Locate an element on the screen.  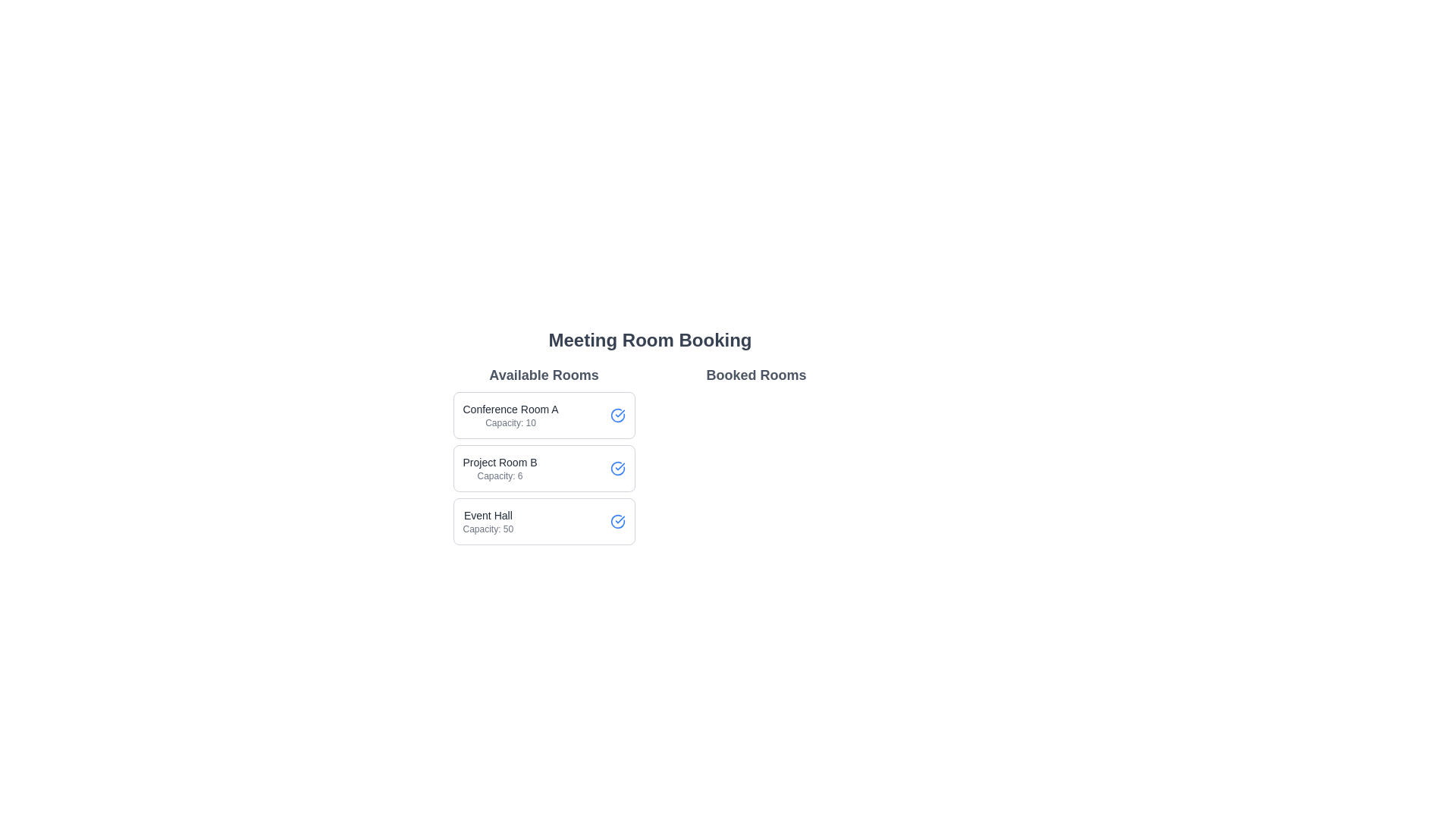
the Status Indicator (Icon) located to the right of the 'Project Room B' list item, indicating room status or selection confirmation is located at coordinates (617, 415).